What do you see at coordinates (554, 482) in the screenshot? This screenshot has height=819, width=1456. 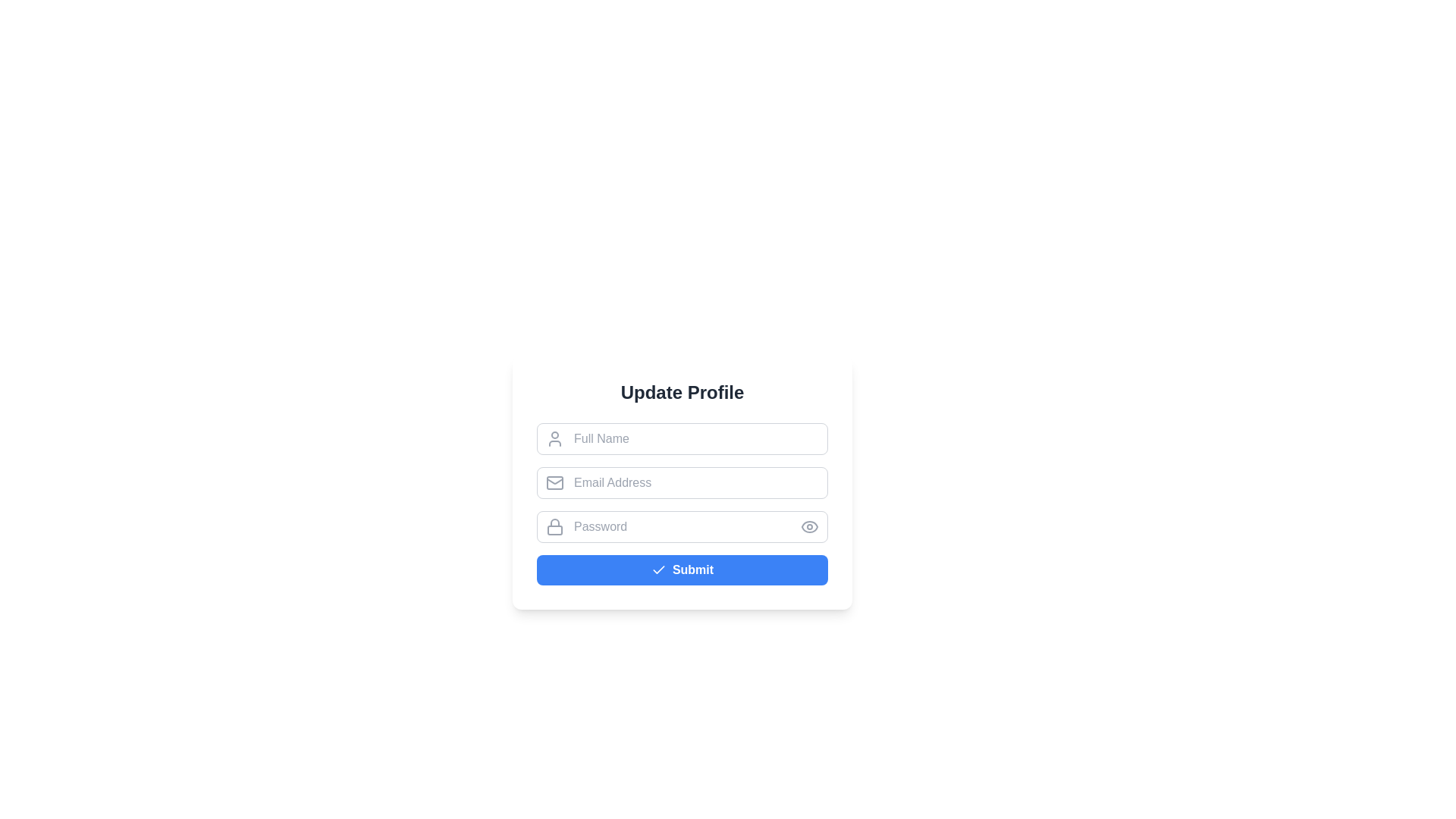 I see `the topmost SVG Rectangle component of the email envelope icon associated with the 'Email Address' input field` at bounding box center [554, 482].